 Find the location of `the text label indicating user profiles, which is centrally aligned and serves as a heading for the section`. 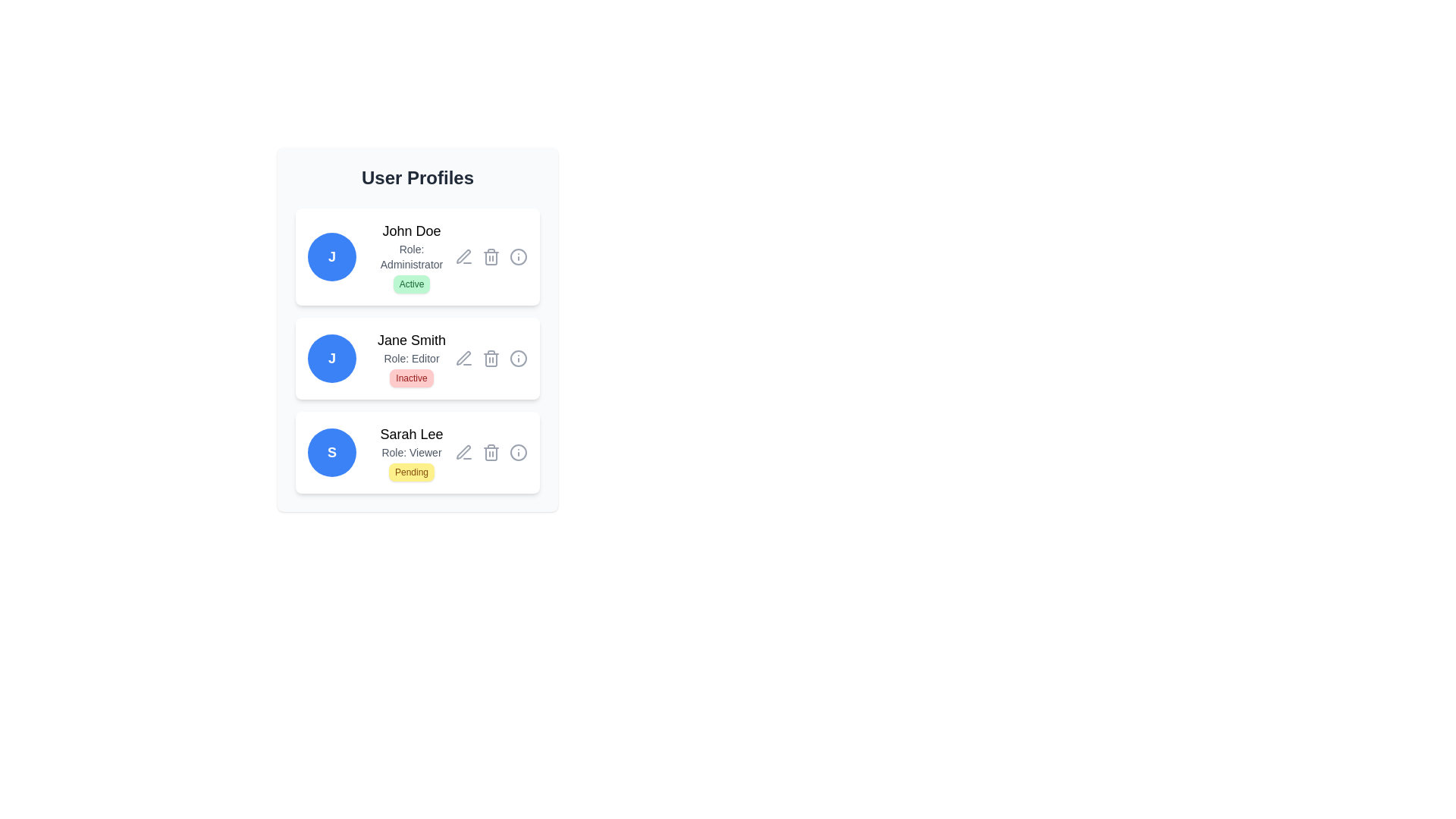

the text label indicating user profiles, which is centrally aligned and serves as a heading for the section is located at coordinates (418, 177).